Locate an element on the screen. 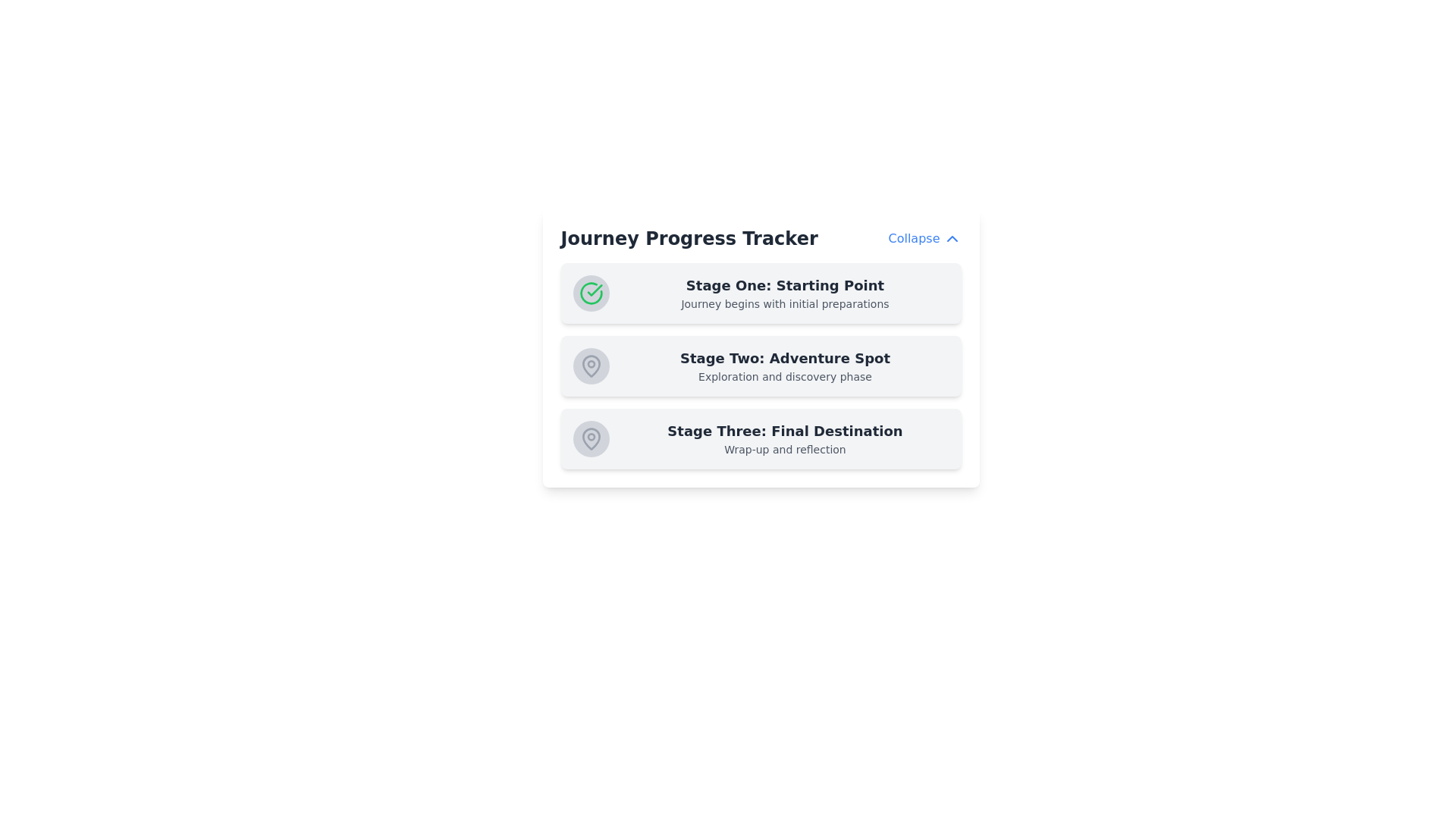  the text label element reading 'Stage One: Starting Point', which is presented in bold dark gray font as part of the progress tracker interface is located at coordinates (785, 286).